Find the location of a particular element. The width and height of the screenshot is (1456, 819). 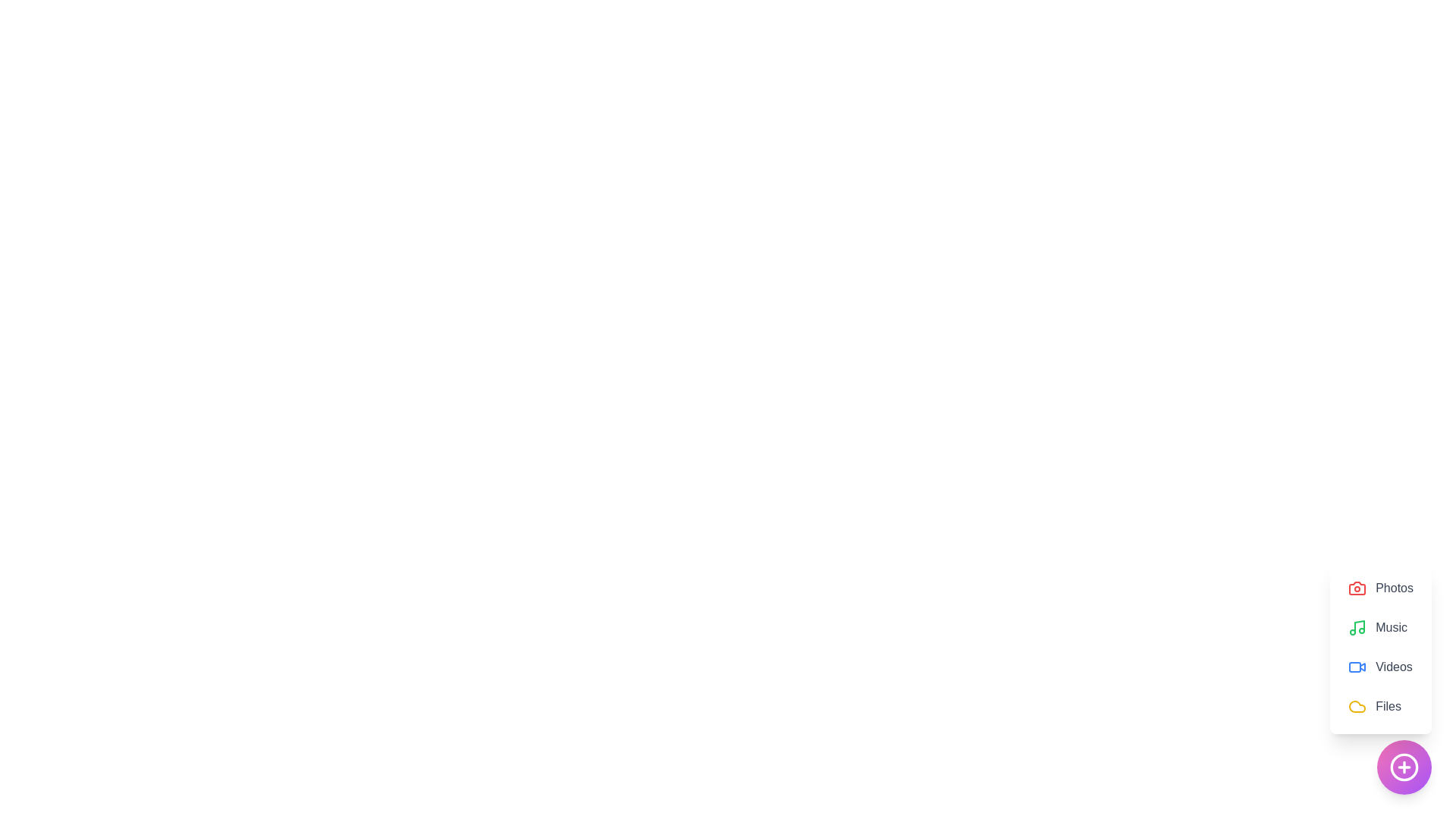

the option Music to select it is located at coordinates (1380, 628).